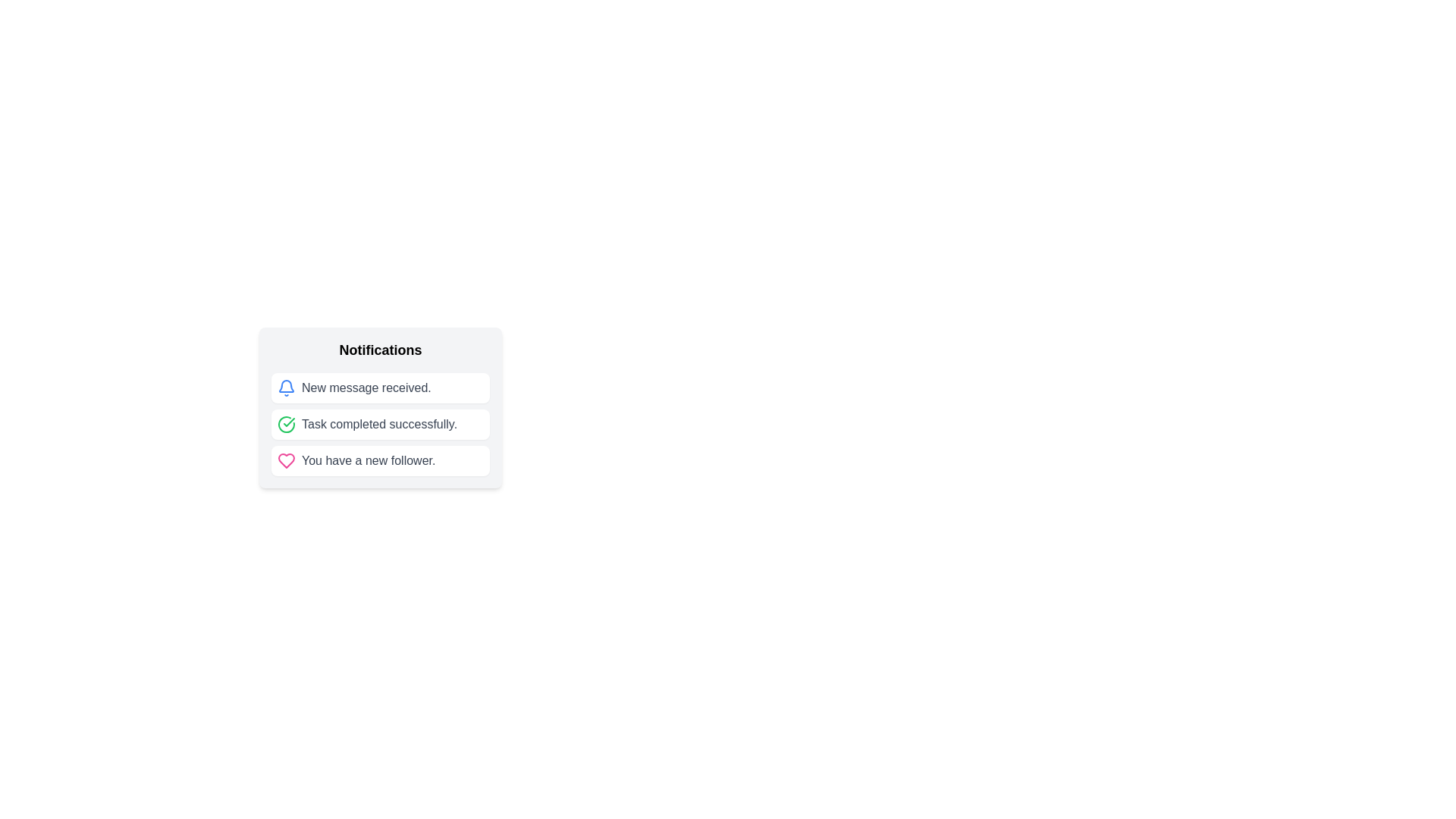  I want to click on the text element displaying 'New message received.' in gray color, located within the first notification item of the list, so click(366, 388).